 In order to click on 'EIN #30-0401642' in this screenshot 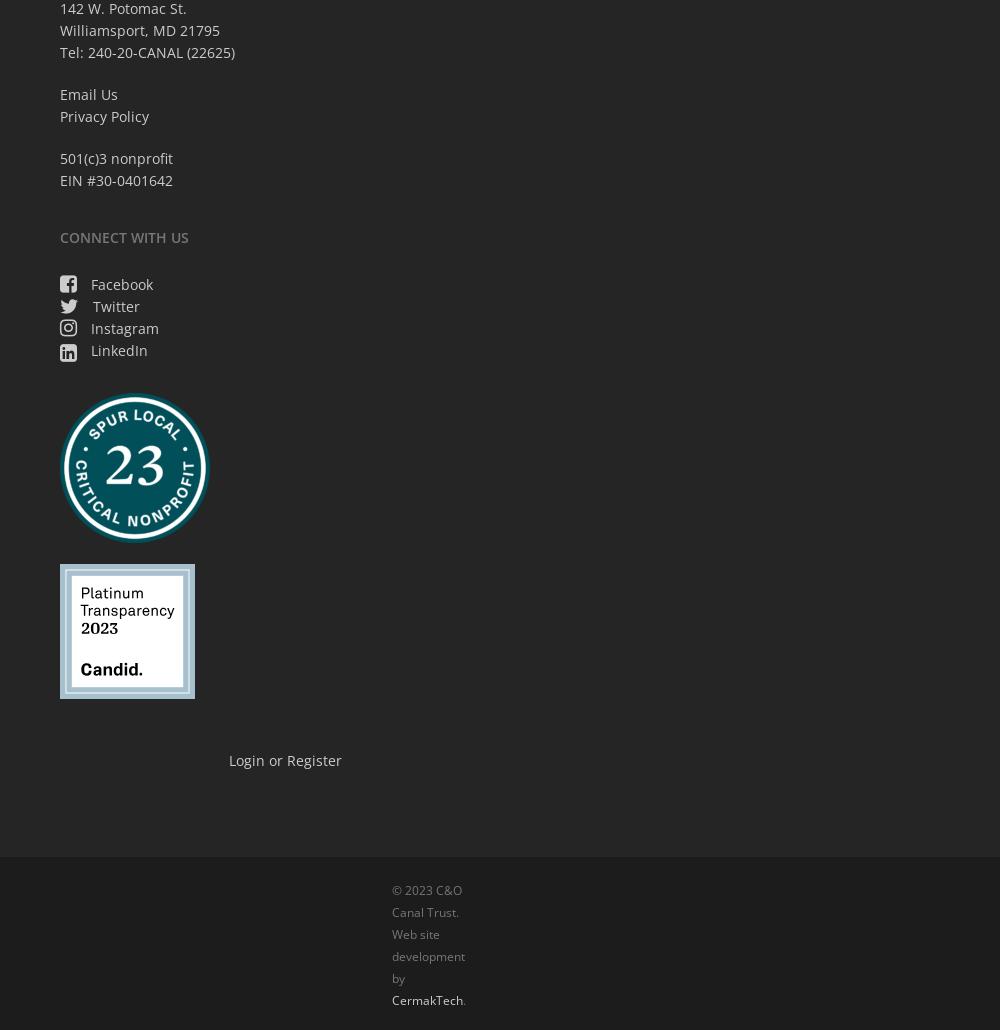, I will do `click(60, 179)`.